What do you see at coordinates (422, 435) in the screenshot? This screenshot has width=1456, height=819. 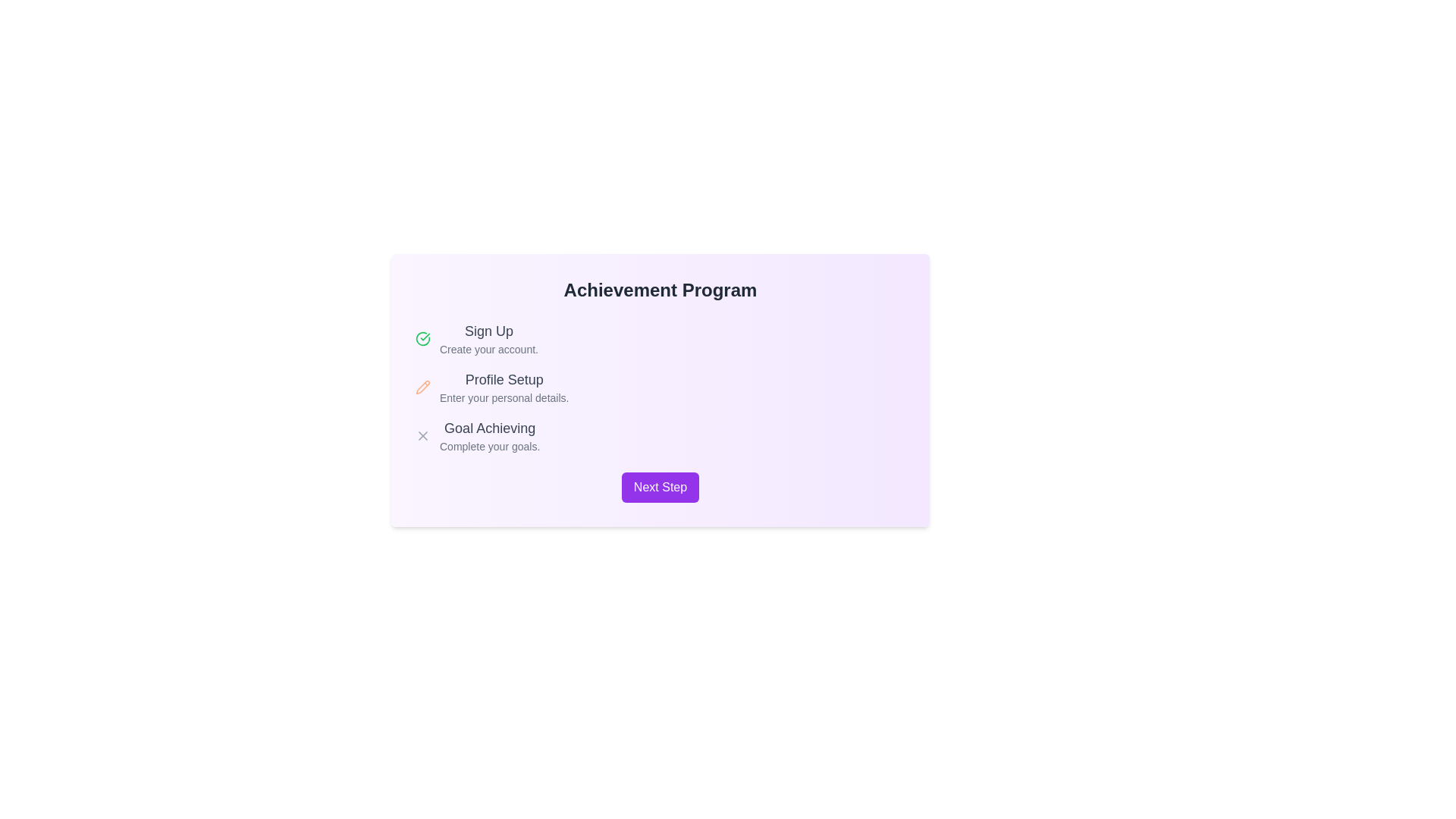 I see `the 'X' icon element that represents the state` at bounding box center [422, 435].